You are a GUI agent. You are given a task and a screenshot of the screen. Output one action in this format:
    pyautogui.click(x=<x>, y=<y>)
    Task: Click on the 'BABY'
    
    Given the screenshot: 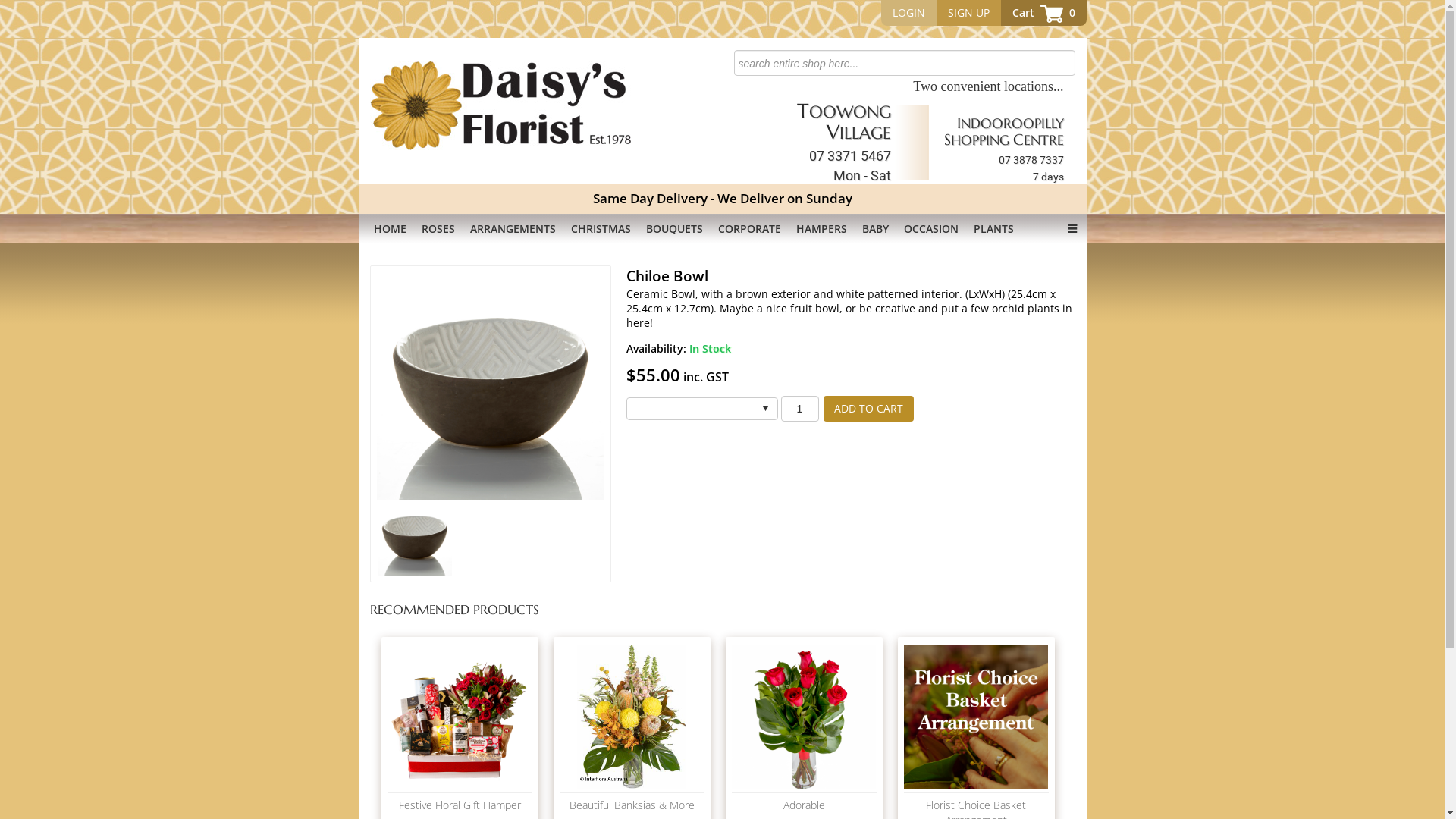 What is the action you would take?
    pyautogui.click(x=874, y=228)
    